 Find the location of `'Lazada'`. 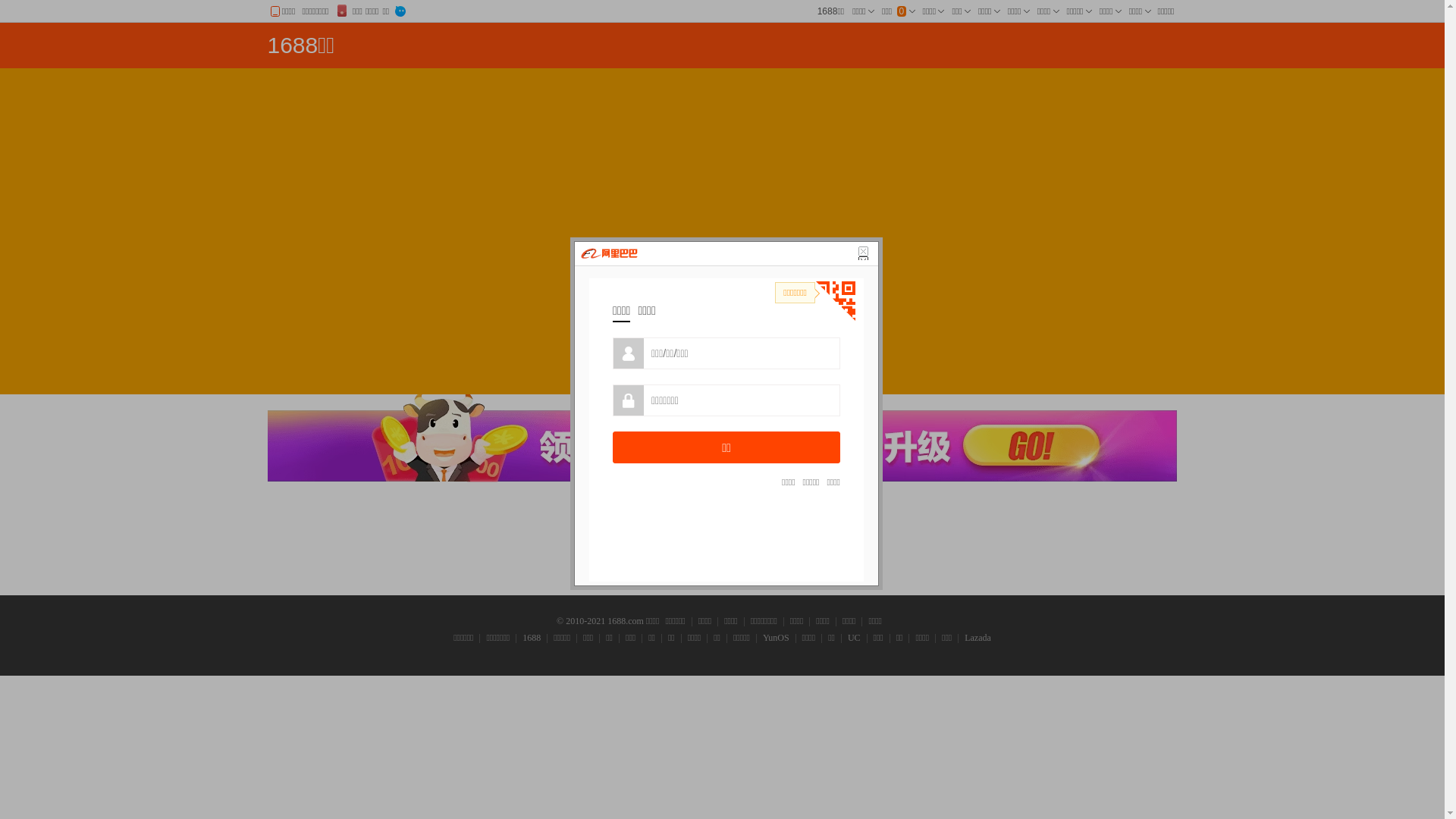

'Lazada' is located at coordinates (956, 638).